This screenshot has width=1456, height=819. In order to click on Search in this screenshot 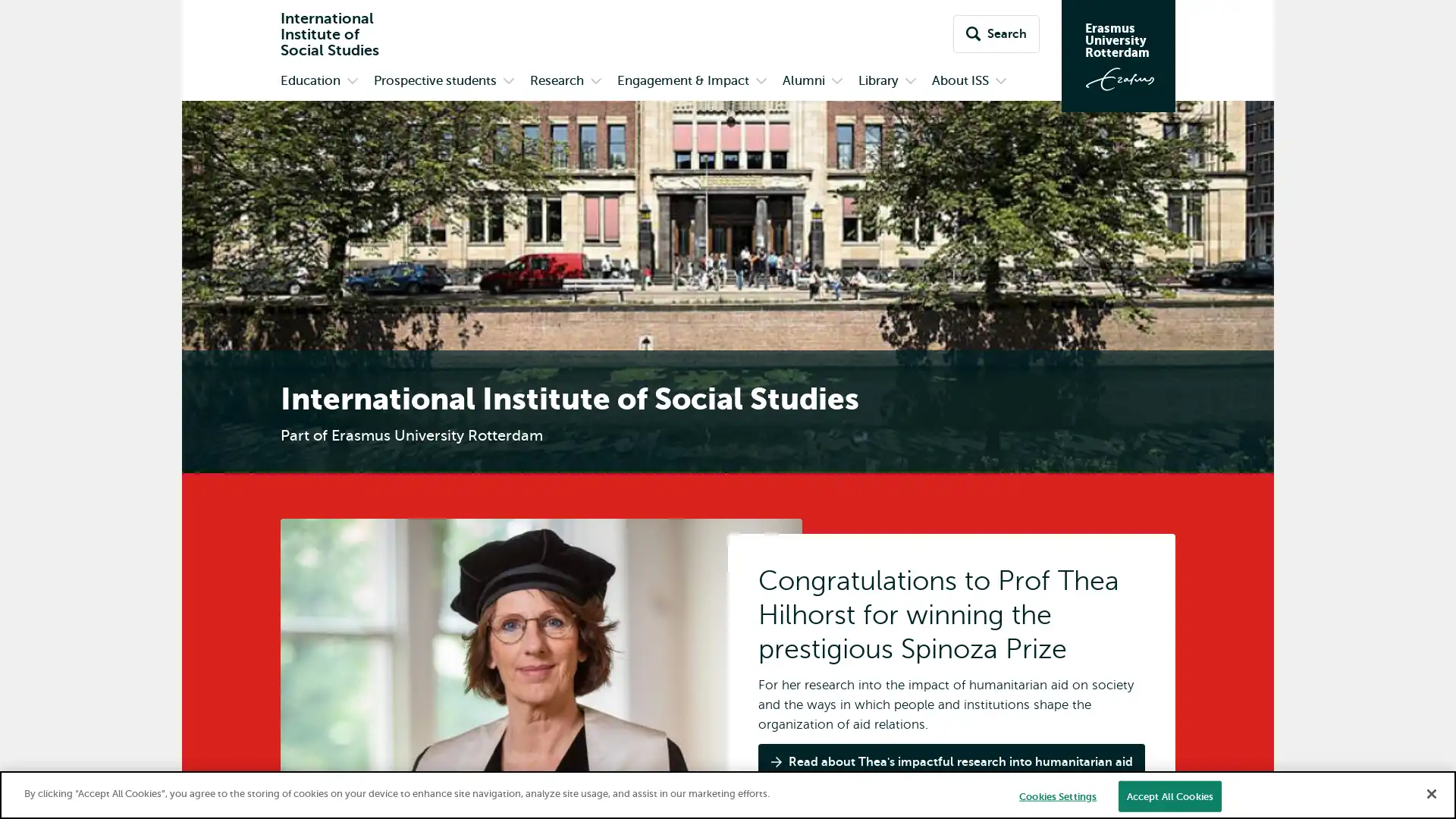, I will do `click(996, 34)`.